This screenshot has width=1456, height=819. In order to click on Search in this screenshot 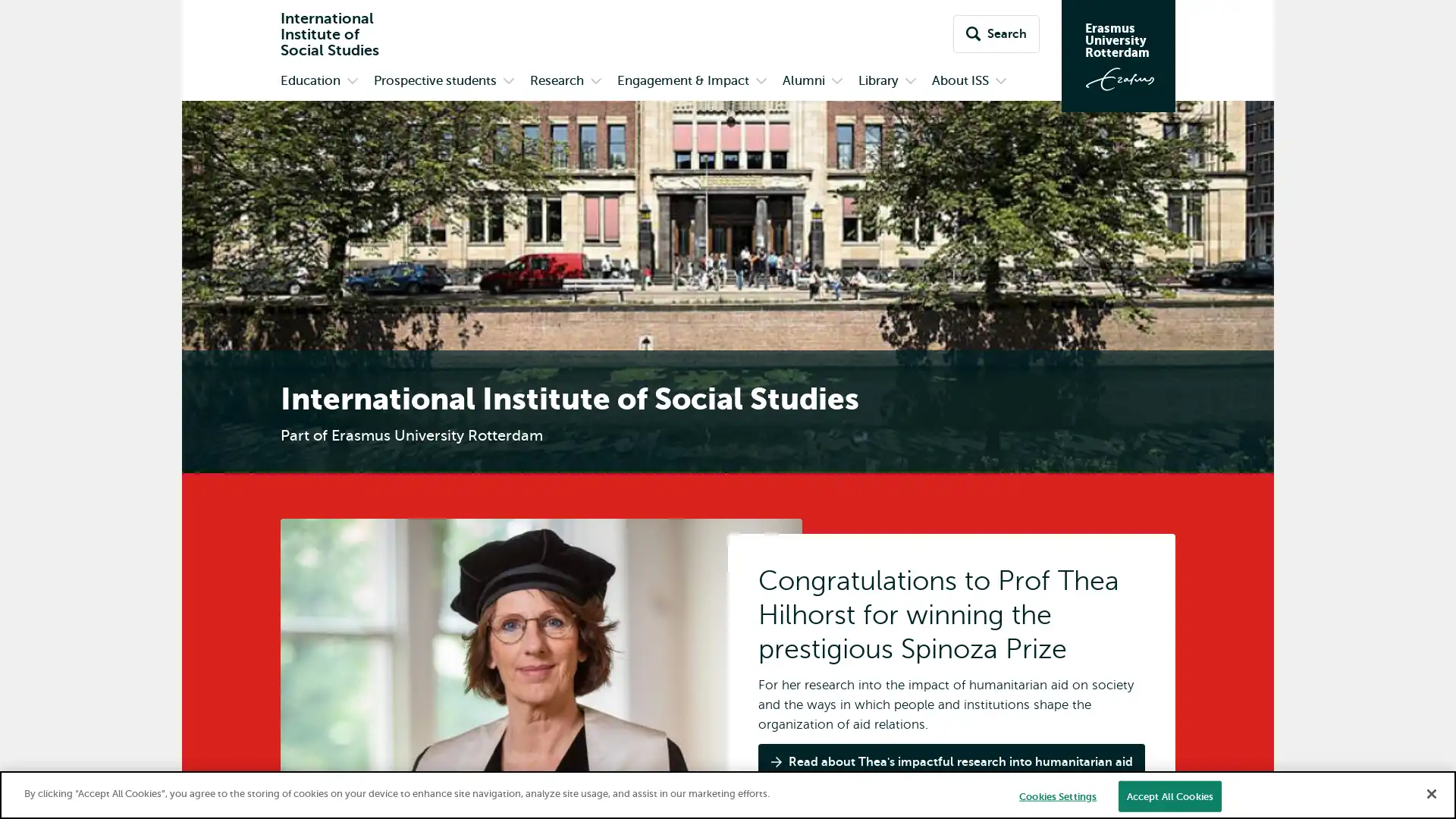, I will do `click(996, 34)`.